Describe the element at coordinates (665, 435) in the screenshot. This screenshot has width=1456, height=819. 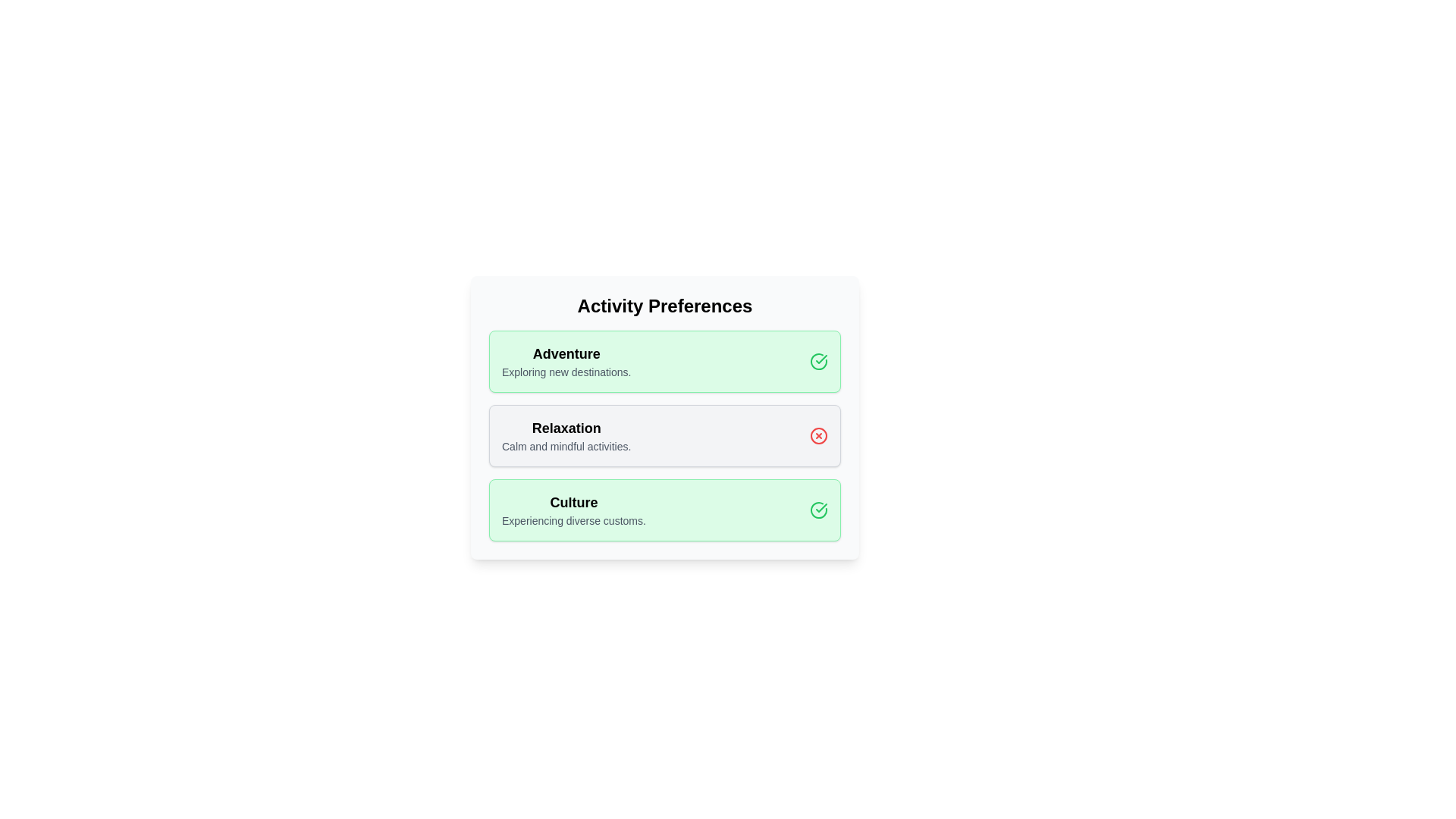
I see `the chip labeled 'Relaxation'` at that location.